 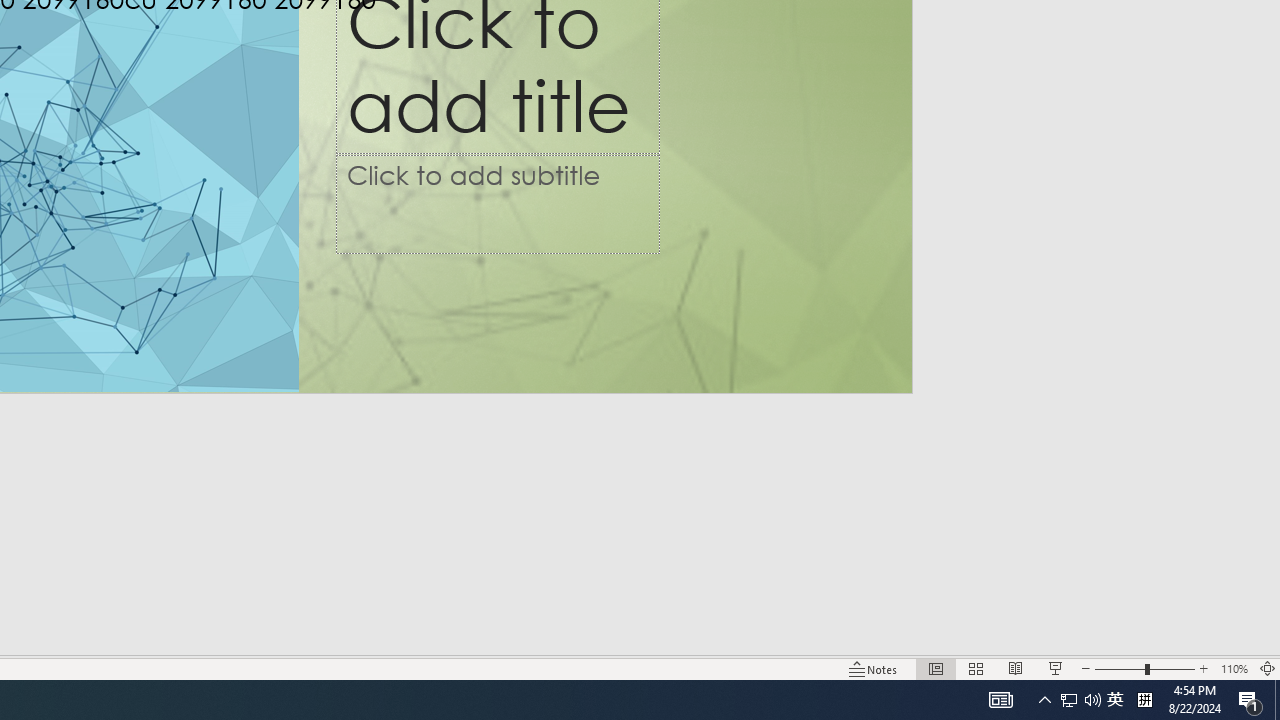 I want to click on 'Q2790: 100%', so click(x=1092, y=698).